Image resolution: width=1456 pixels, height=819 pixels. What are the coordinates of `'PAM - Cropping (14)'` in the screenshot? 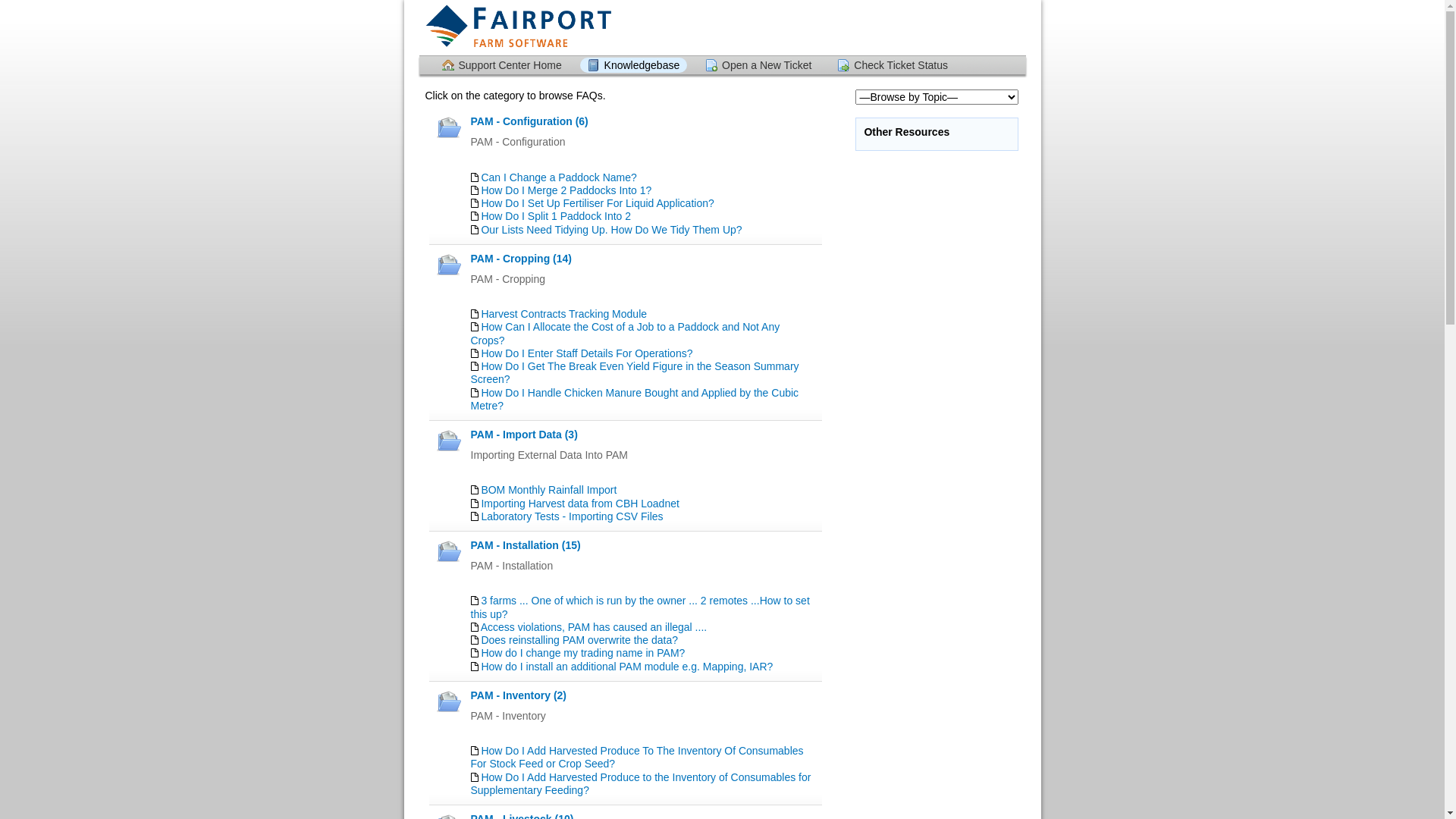 It's located at (469, 257).